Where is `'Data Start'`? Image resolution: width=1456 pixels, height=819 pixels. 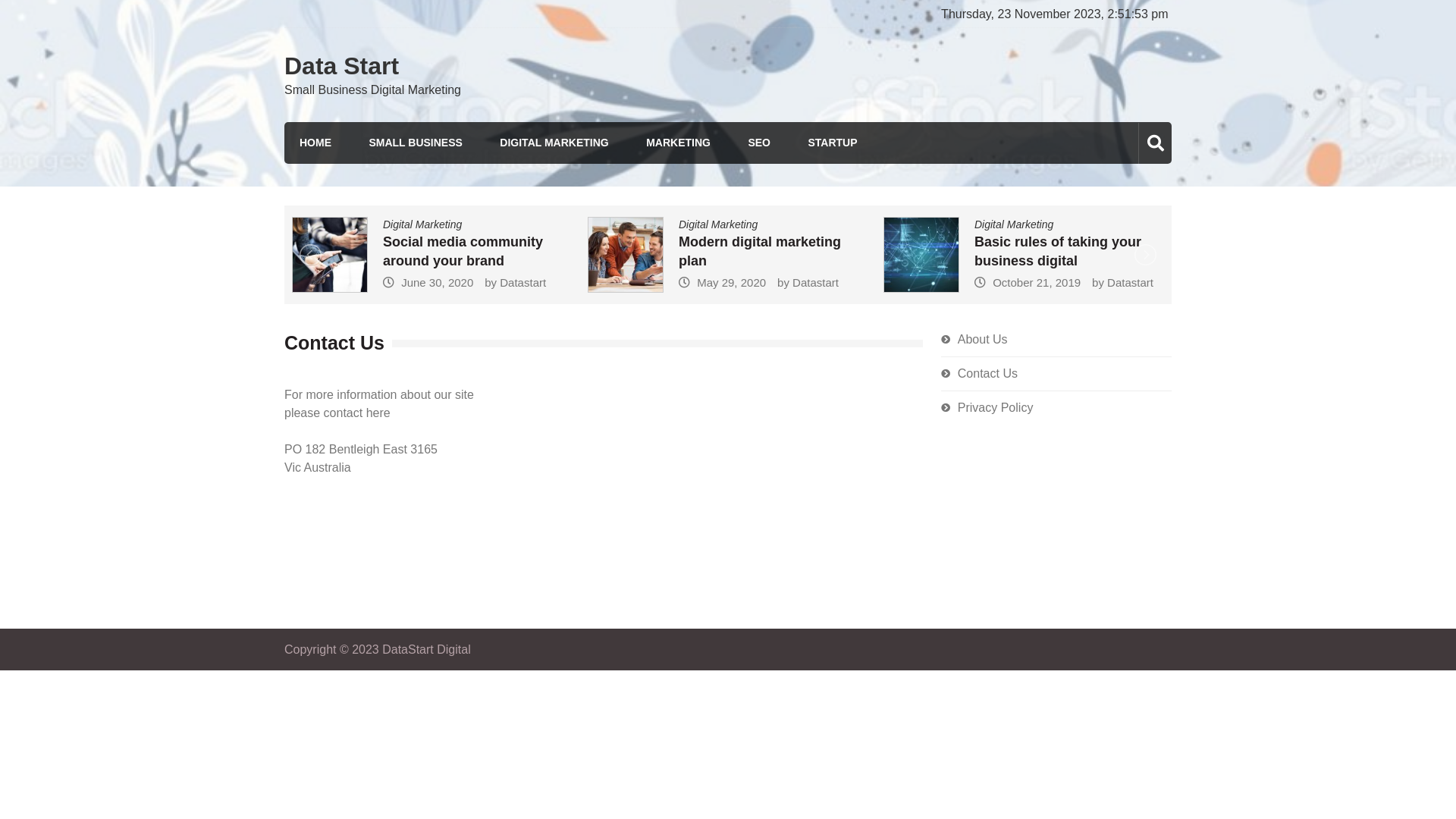
'Data Start' is located at coordinates (340, 65).